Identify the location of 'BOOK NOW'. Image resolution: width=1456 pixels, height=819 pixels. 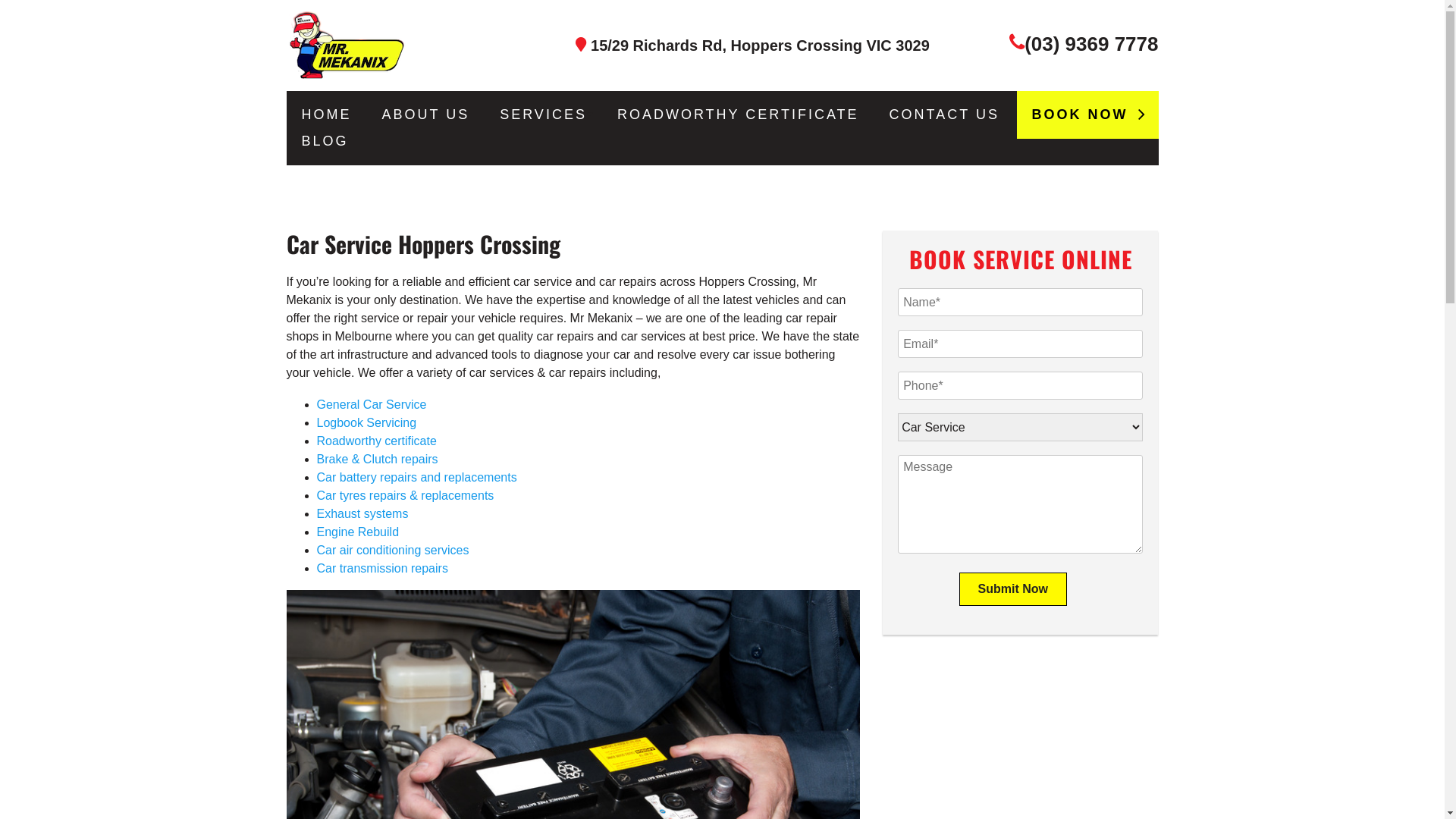
(1086, 114).